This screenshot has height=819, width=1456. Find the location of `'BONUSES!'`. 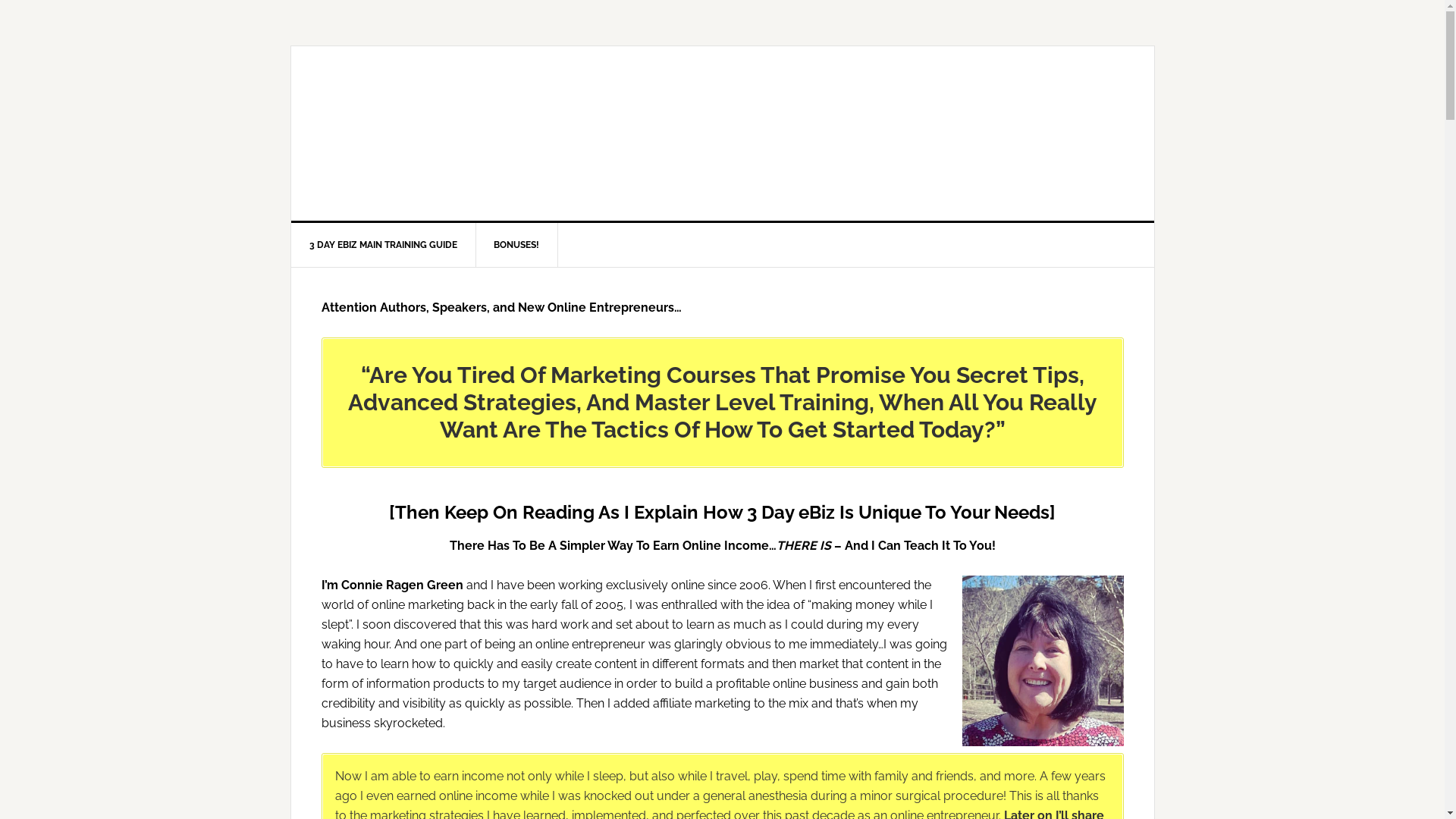

'BONUSES!' is located at coordinates (516, 244).